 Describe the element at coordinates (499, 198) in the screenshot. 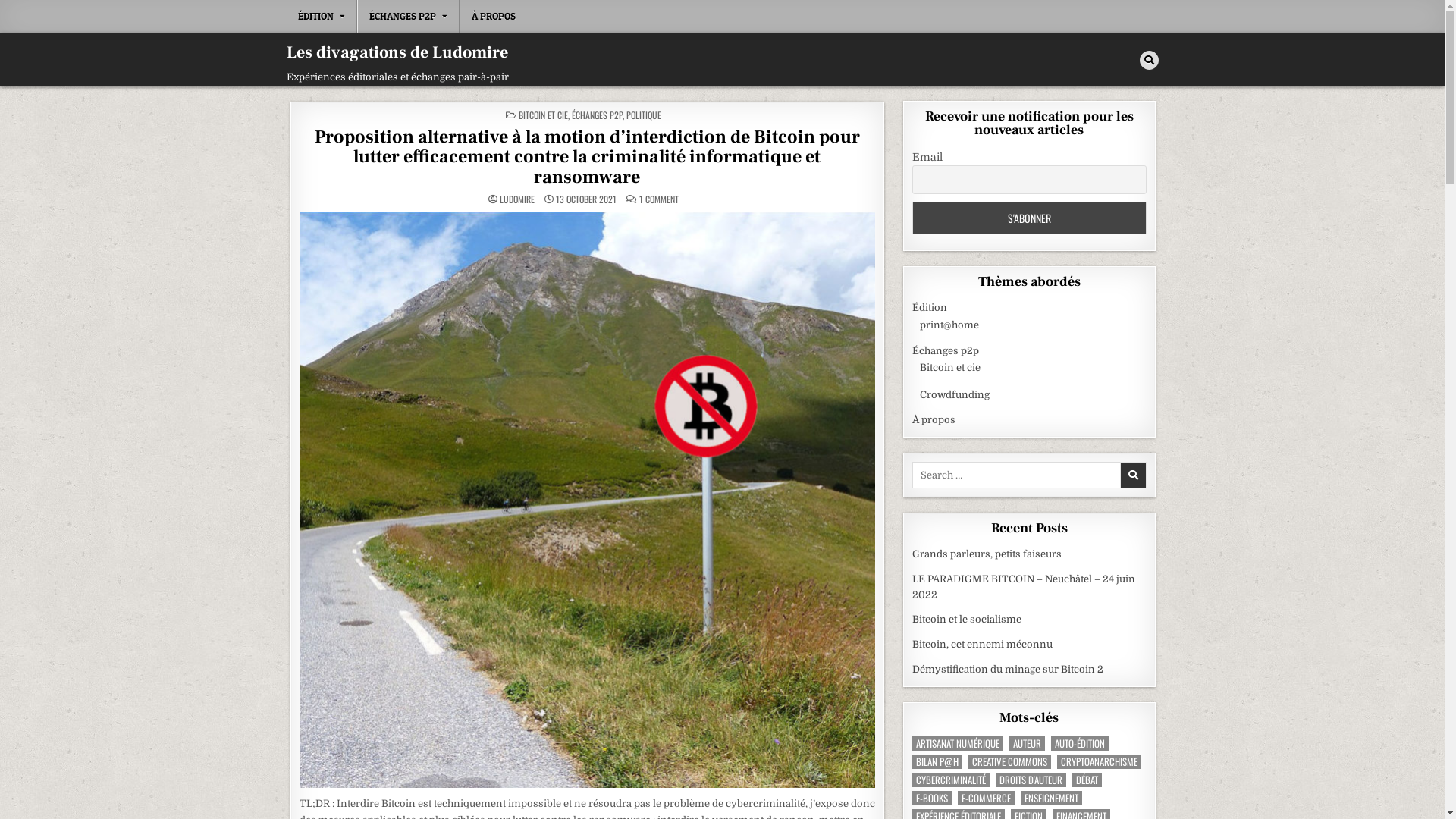

I see `'LUDOMIRE'` at that location.